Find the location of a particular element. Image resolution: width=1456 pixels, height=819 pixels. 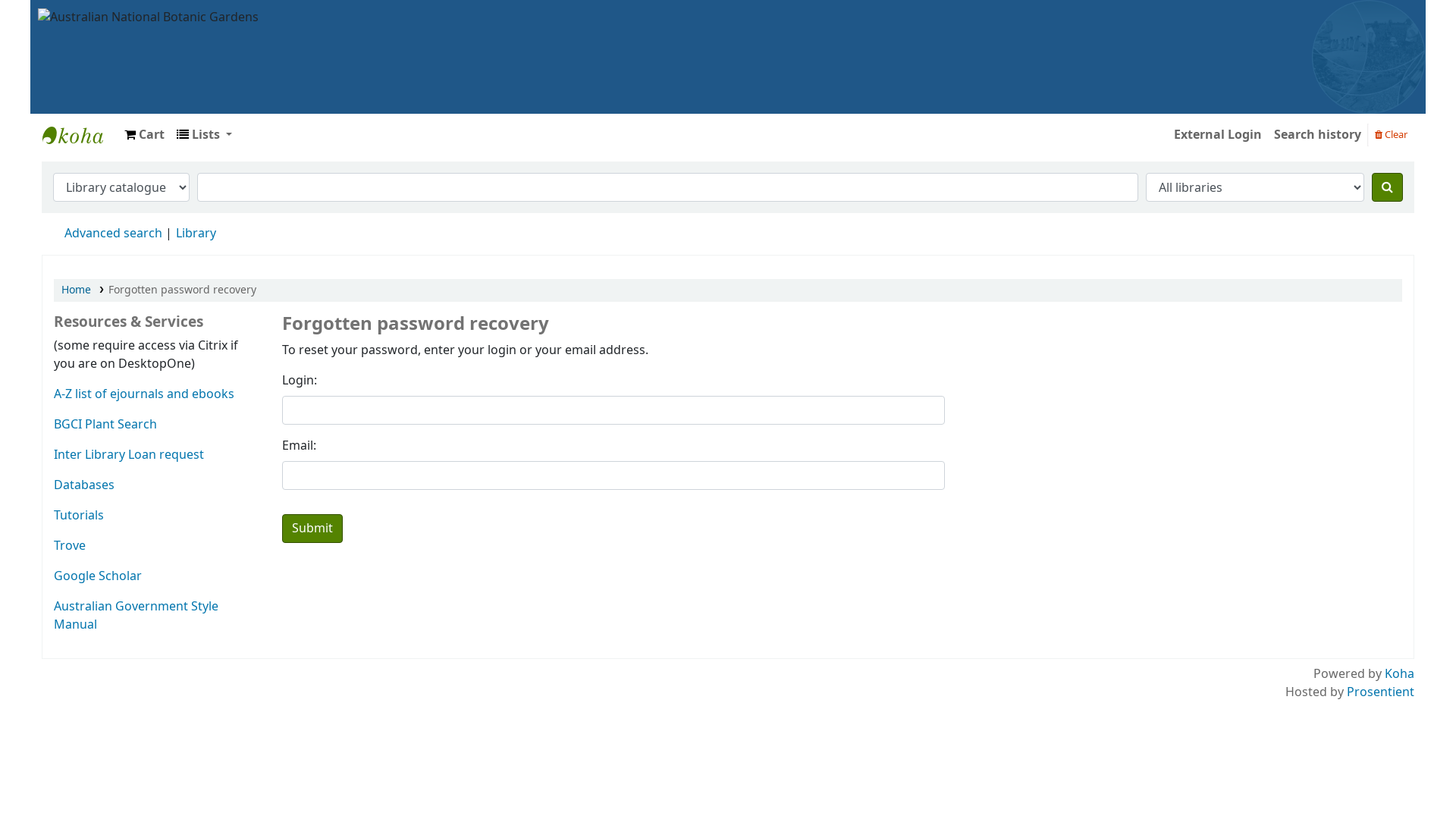

'Advanced search' is located at coordinates (64, 234).